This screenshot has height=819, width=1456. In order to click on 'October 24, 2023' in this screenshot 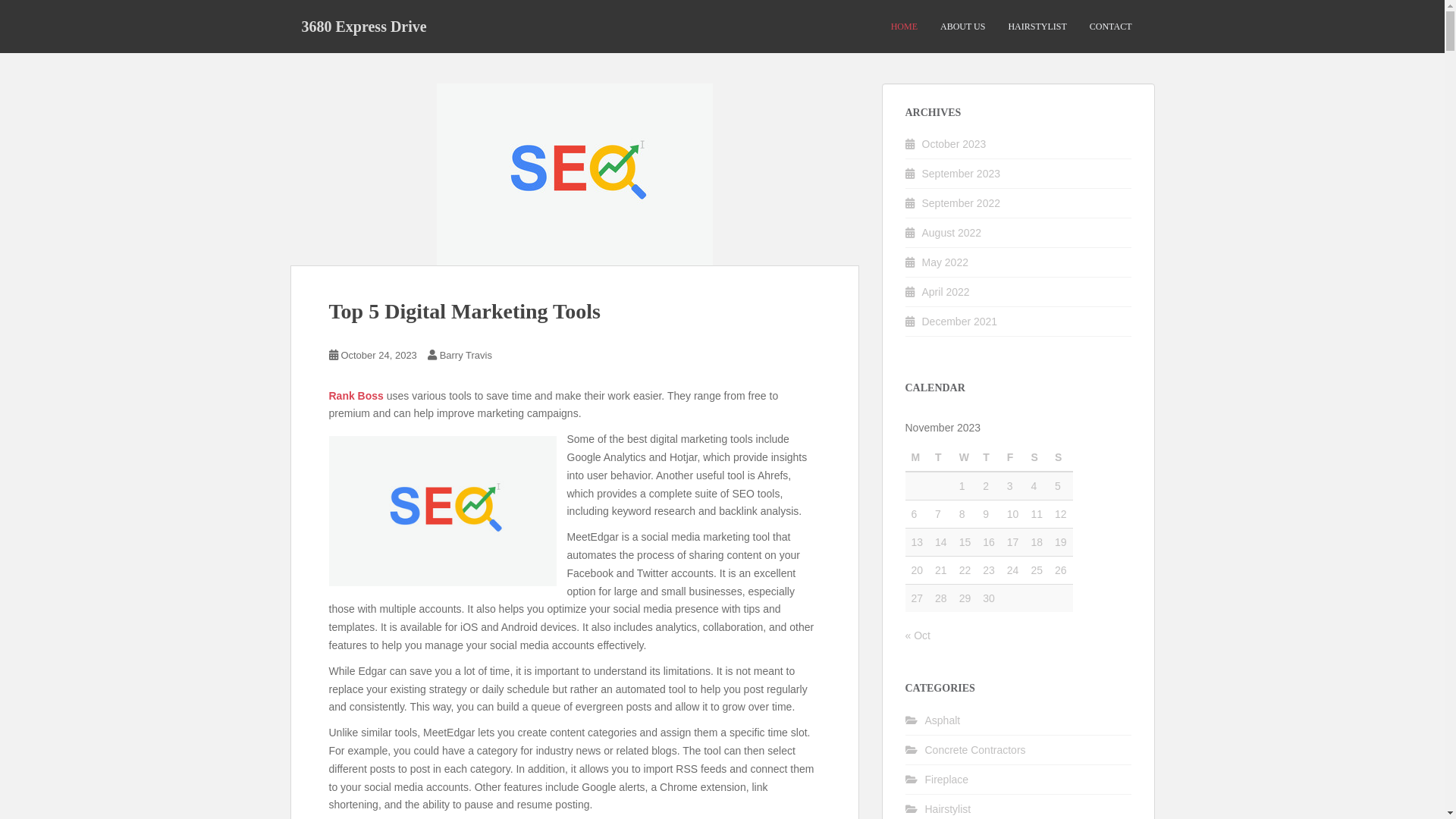, I will do `click(378, 355)`.